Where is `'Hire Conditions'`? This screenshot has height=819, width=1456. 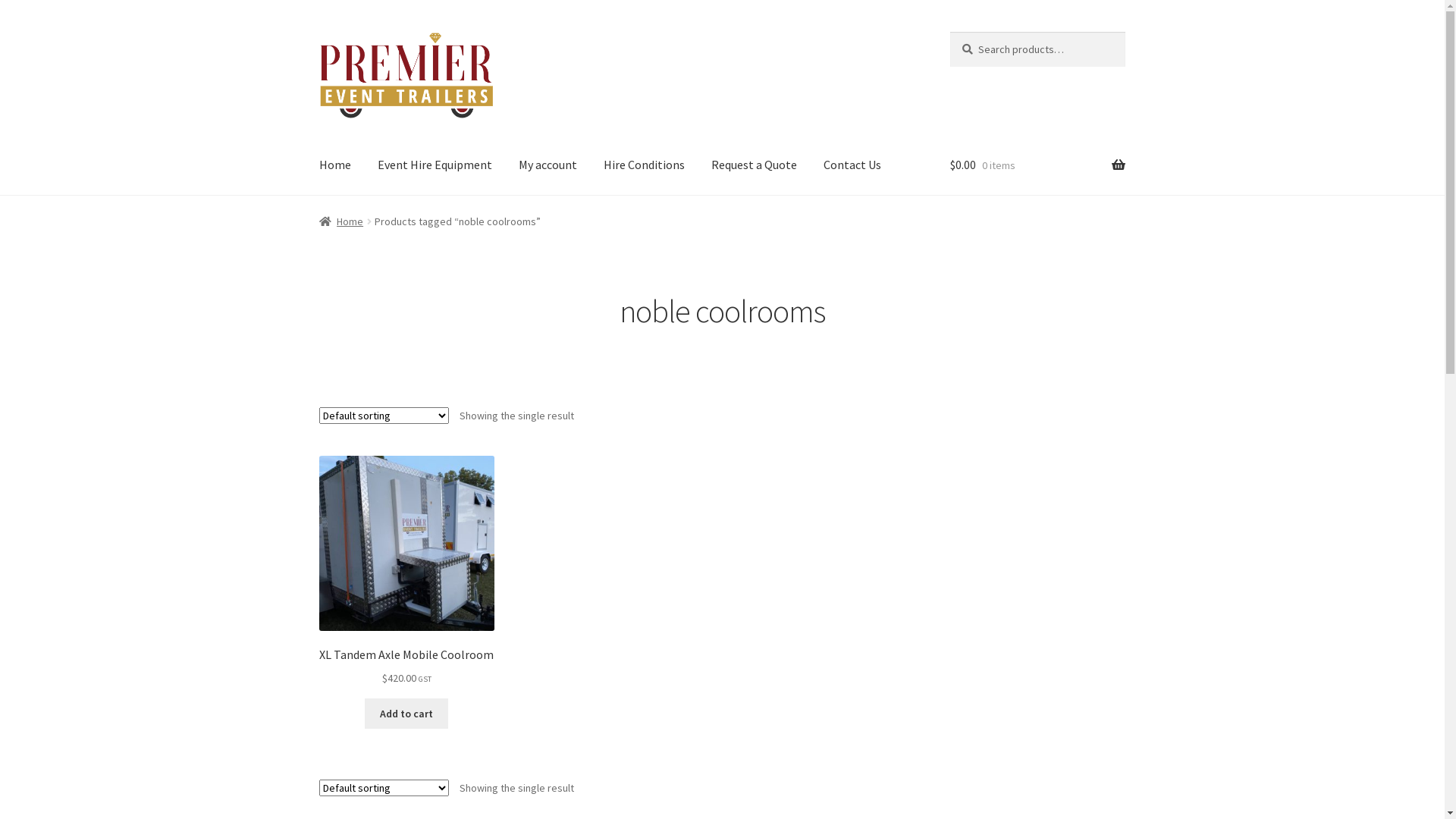 'Hire Conditions' is located at coordinates (644, 166).